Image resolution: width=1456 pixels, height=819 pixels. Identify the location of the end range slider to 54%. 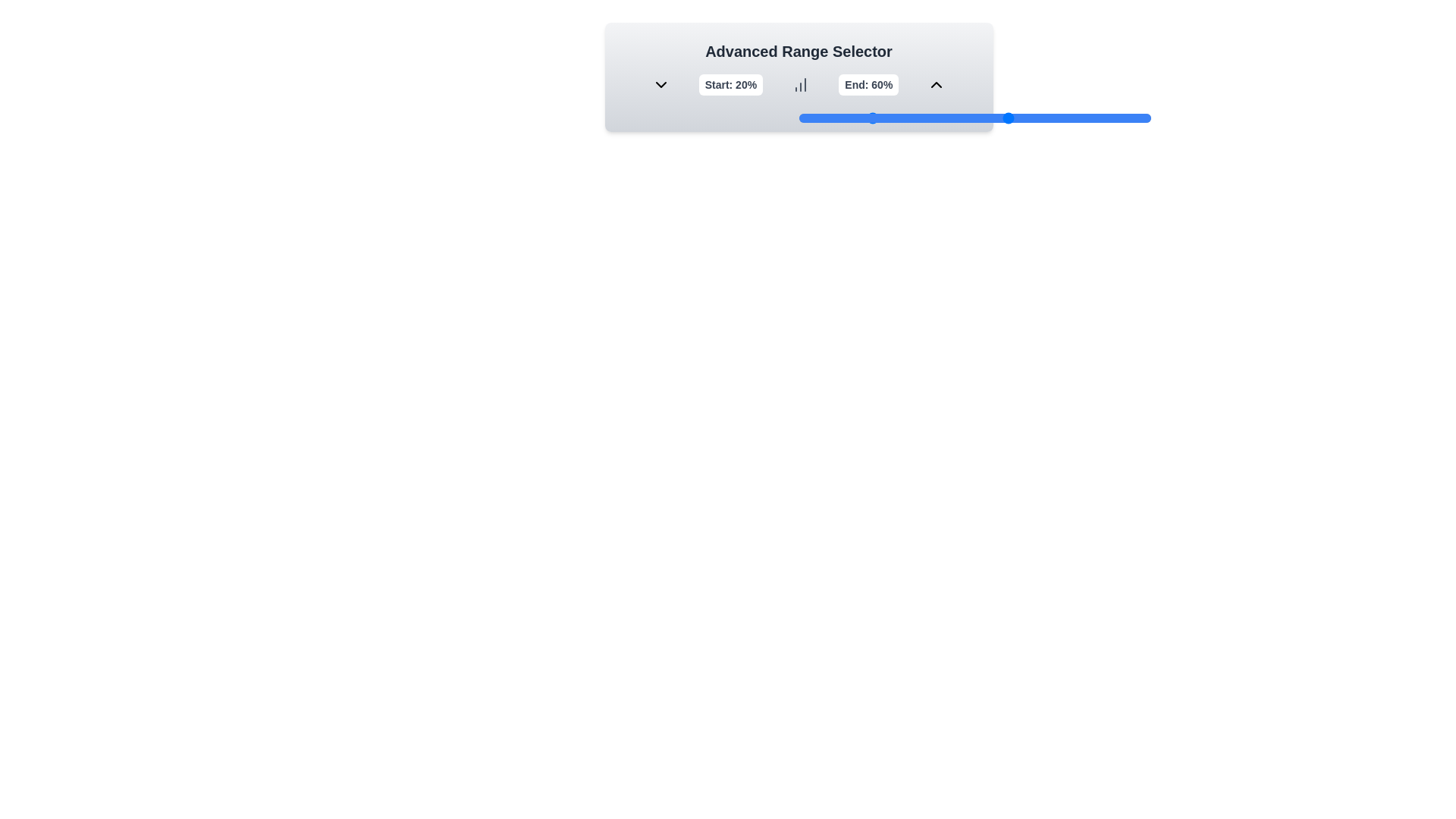
(989, 117).